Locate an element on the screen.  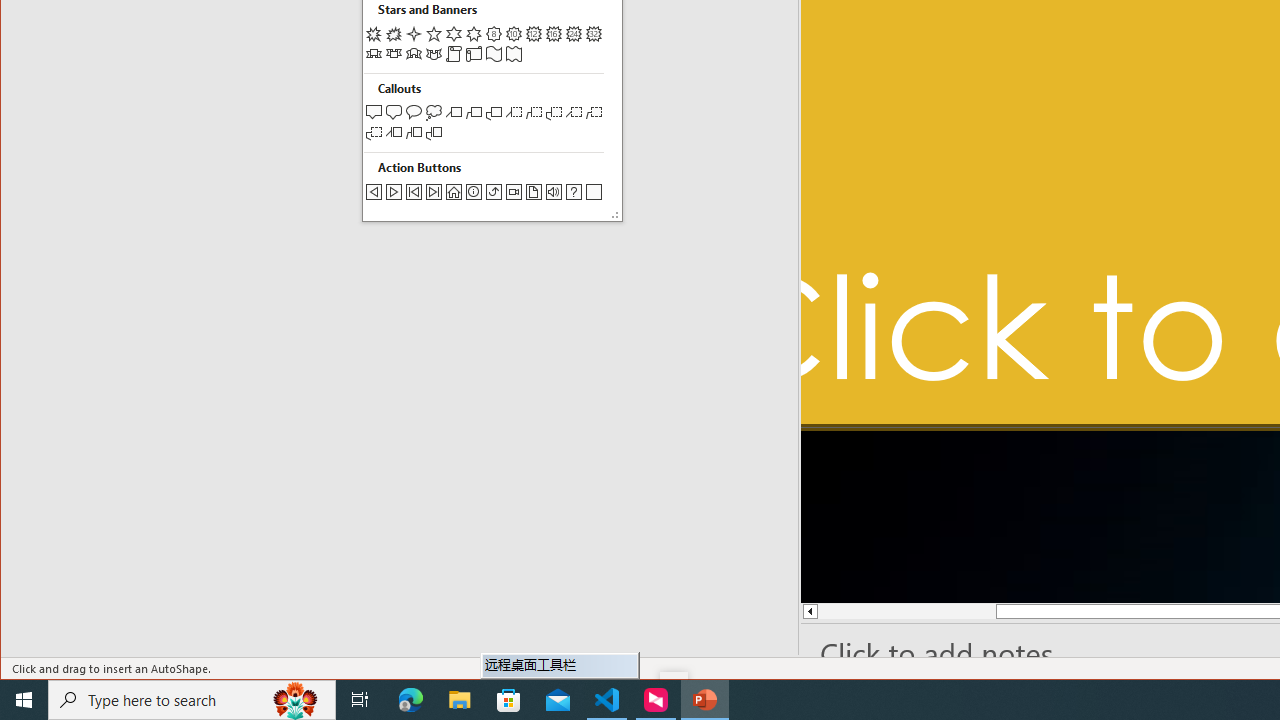
'Search highlights icon opens search home window' is located at coordinates (294, 698).